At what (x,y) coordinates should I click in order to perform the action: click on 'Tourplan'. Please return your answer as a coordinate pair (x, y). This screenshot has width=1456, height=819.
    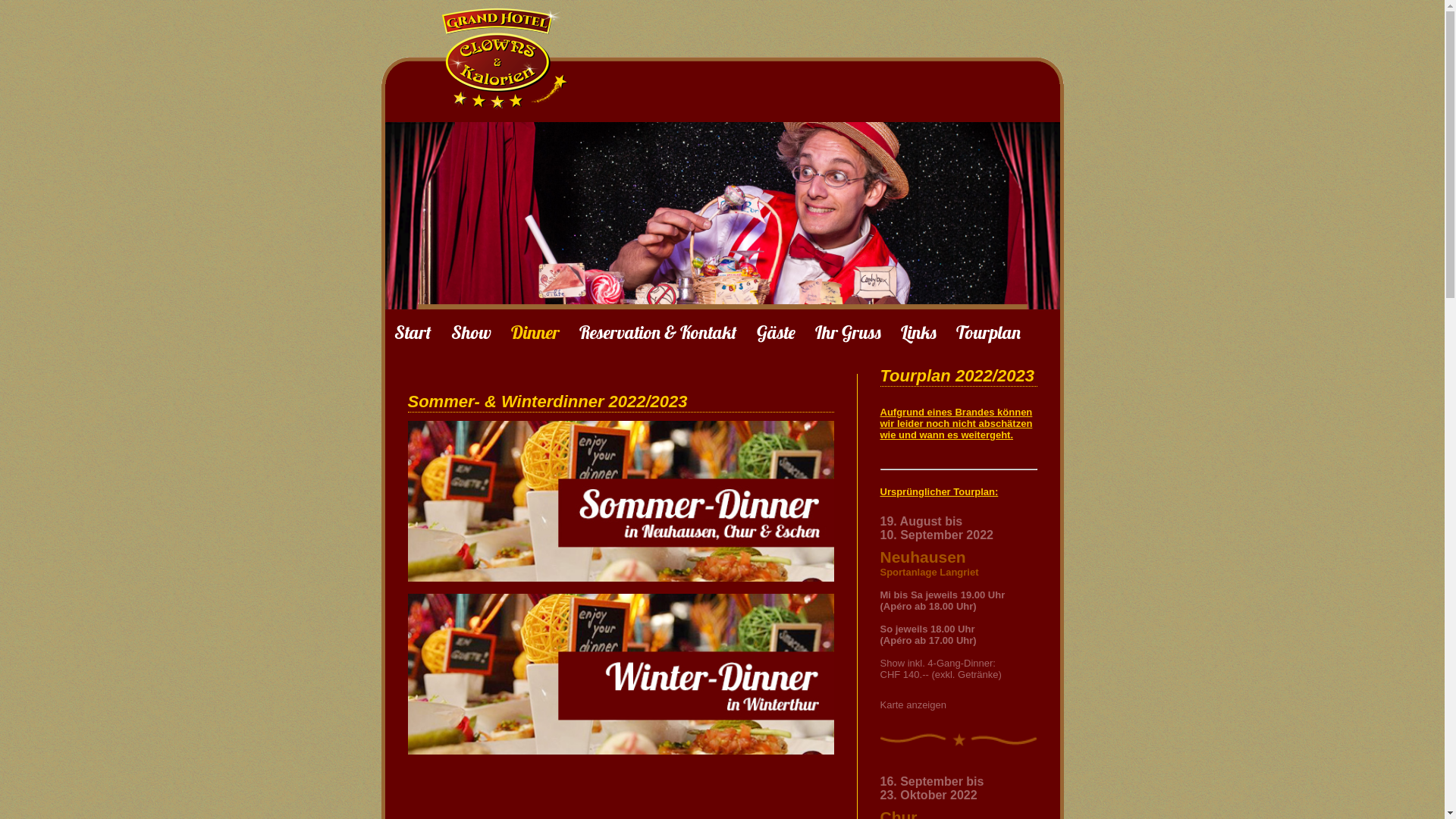
    Looking at the image, I should click on (954, 331).